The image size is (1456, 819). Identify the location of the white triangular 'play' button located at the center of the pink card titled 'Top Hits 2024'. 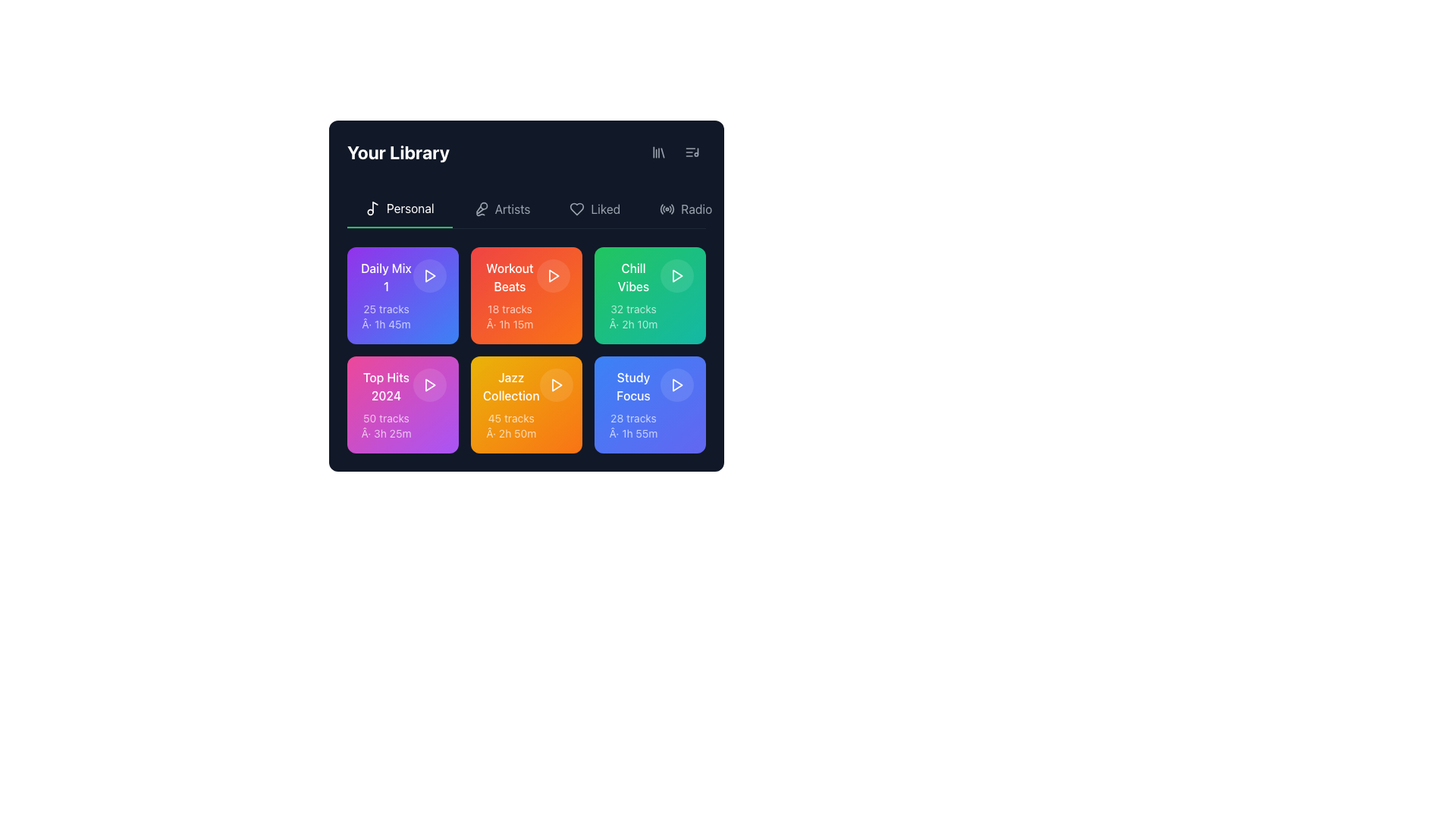
(428, 384).